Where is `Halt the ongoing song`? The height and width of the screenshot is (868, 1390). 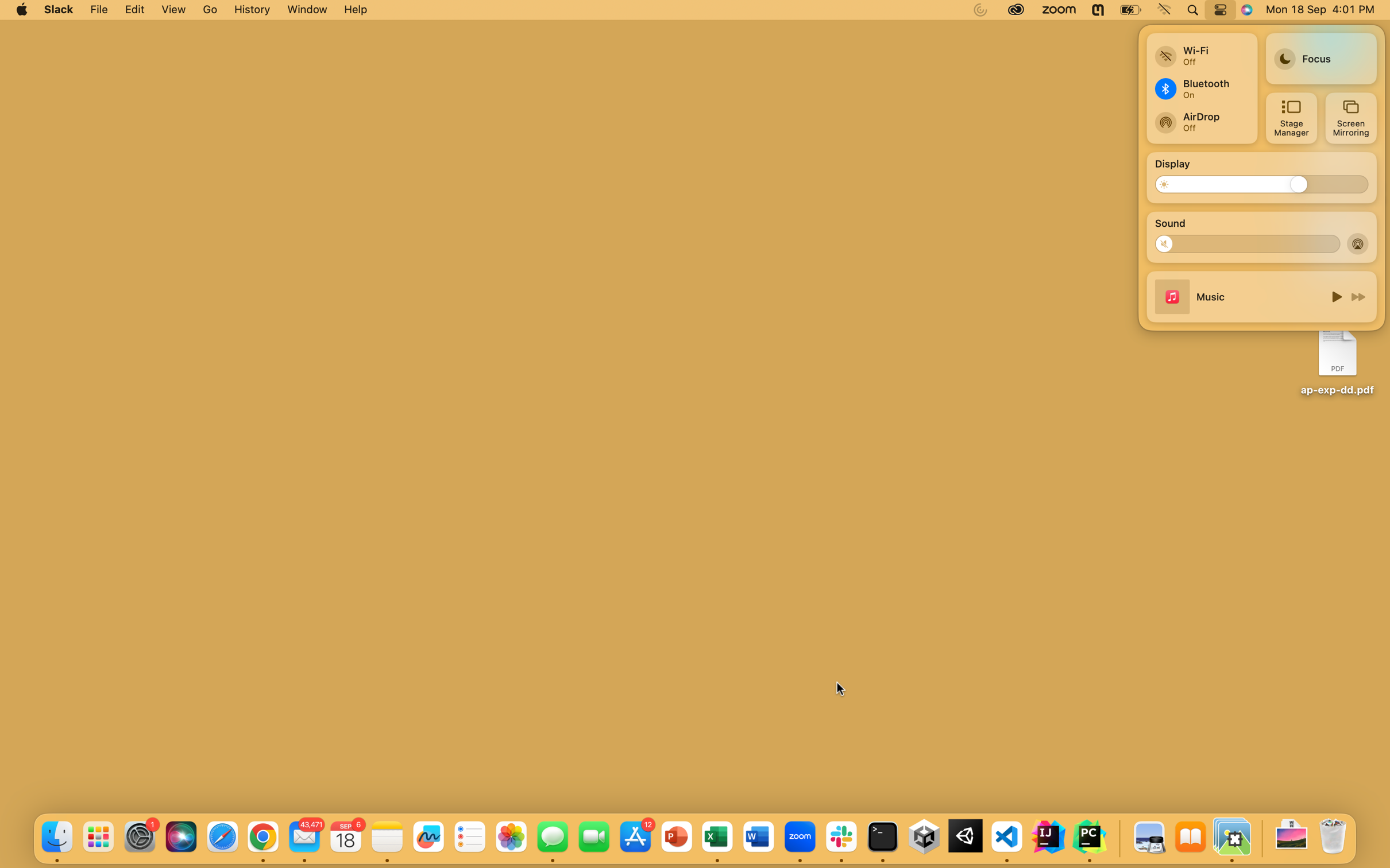
Halt the ongoing song is located at coordinates (1334, 296).